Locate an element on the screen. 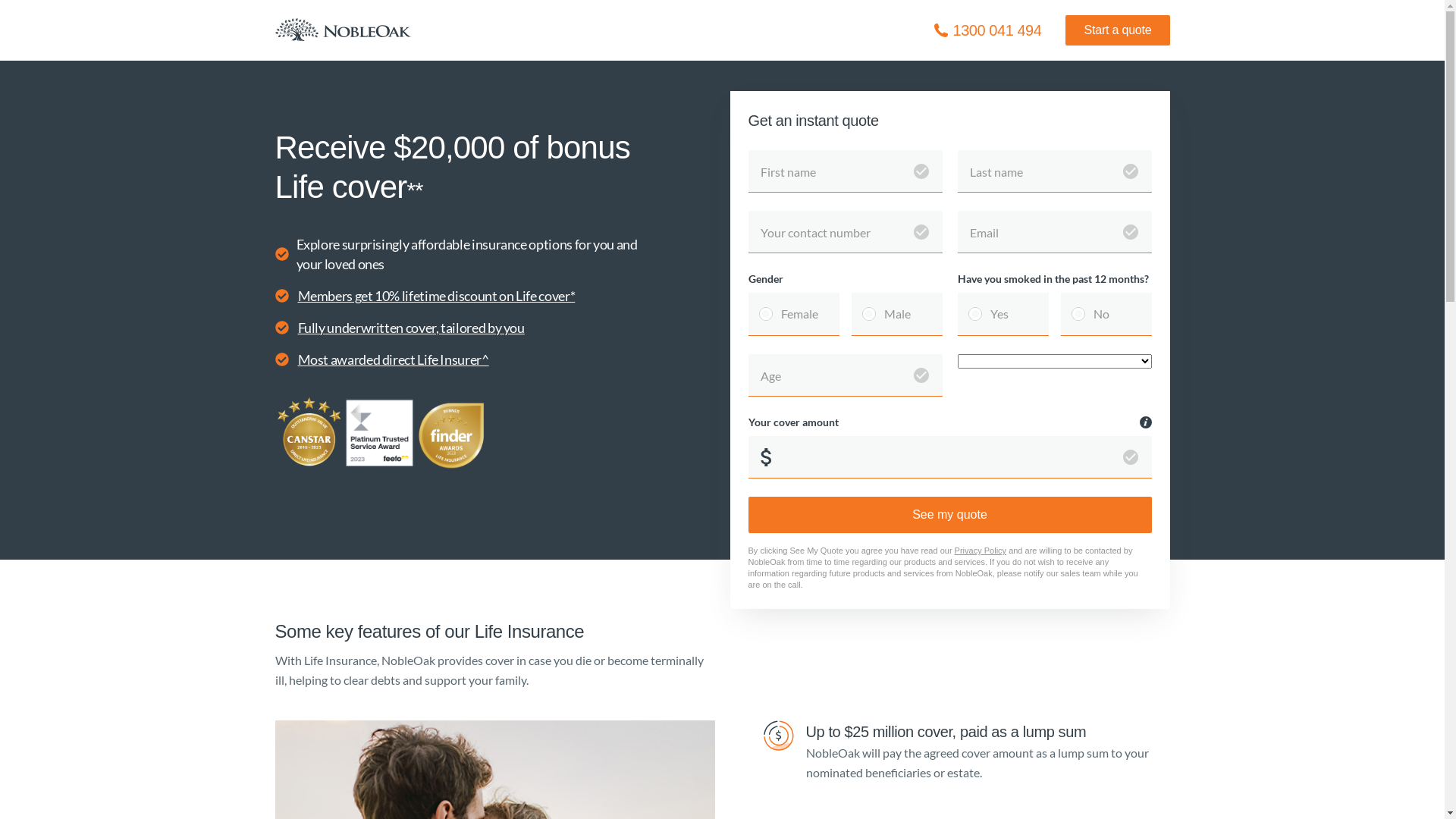 Image resolution: width=1456 pixels, height=819 pixels. 'Icon / phone is located at coordinates (930, 30).